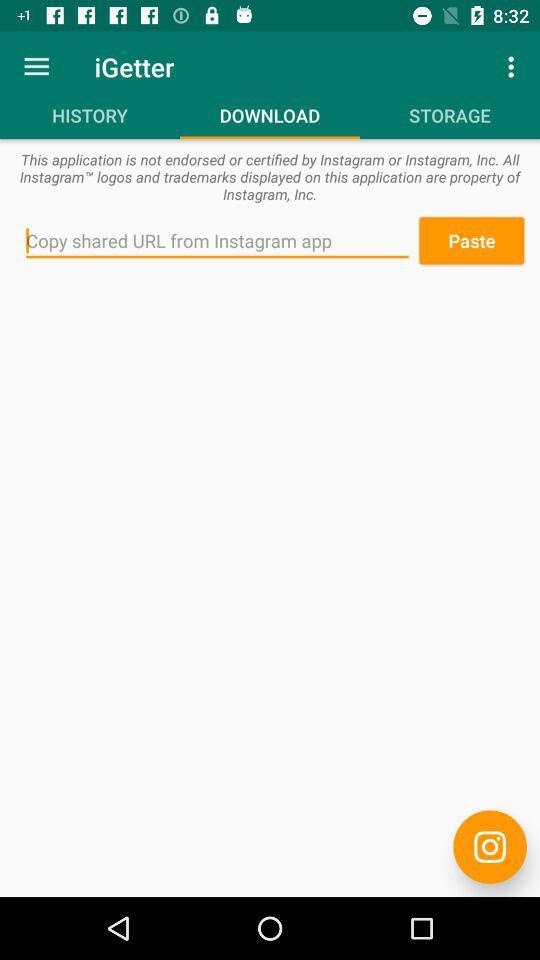 This screenshot has width=540, height=960. What do you see at coordinates (489, 846) in the screenshot?
I see `the item at the bottom right corner` at bounding box center [489, 846].